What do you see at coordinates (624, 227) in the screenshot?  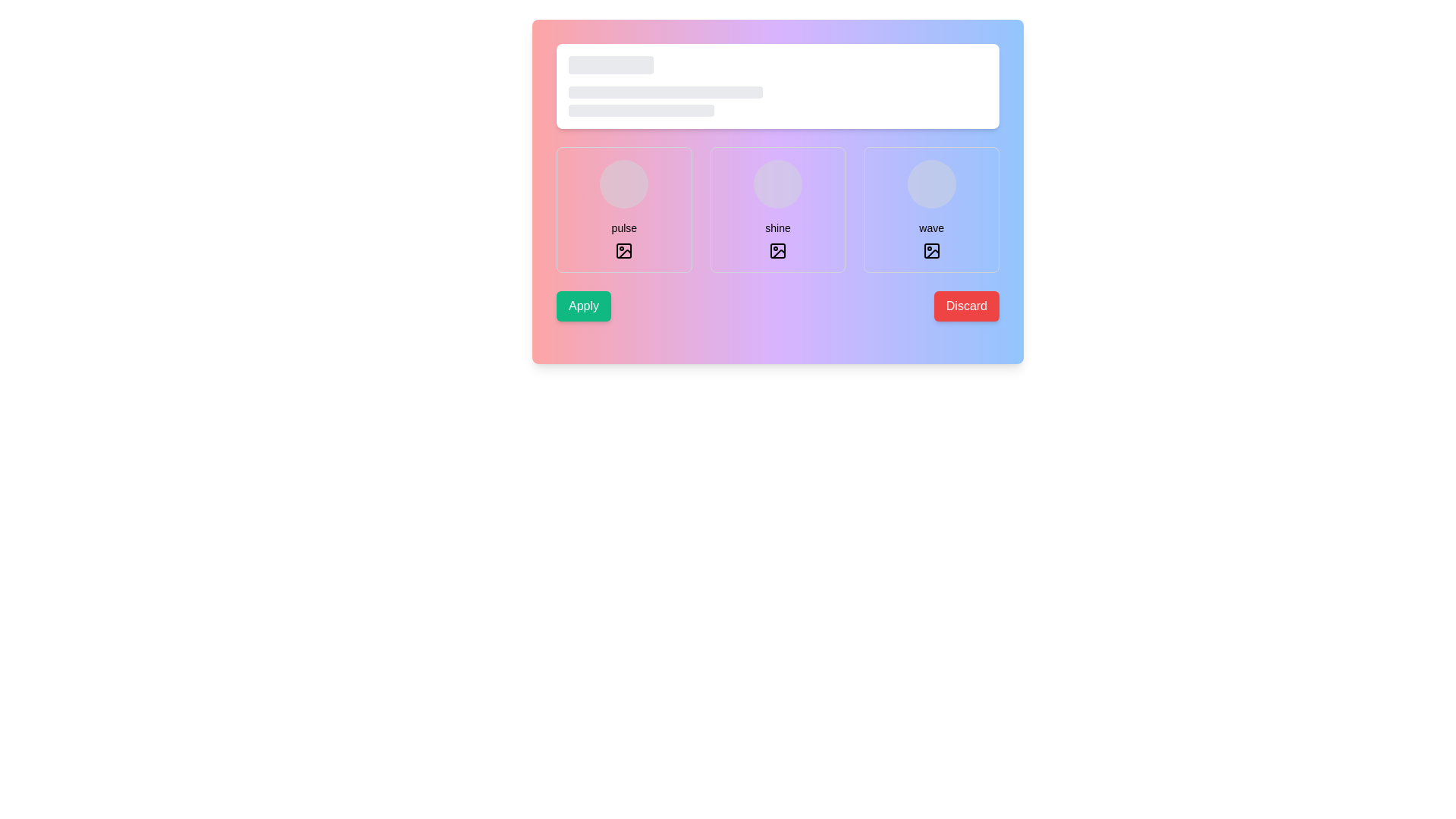 I see `the text label displaying 'pulse' which is positioned under a circular placeholder and above an image icon` at bounding box center [624, 227].